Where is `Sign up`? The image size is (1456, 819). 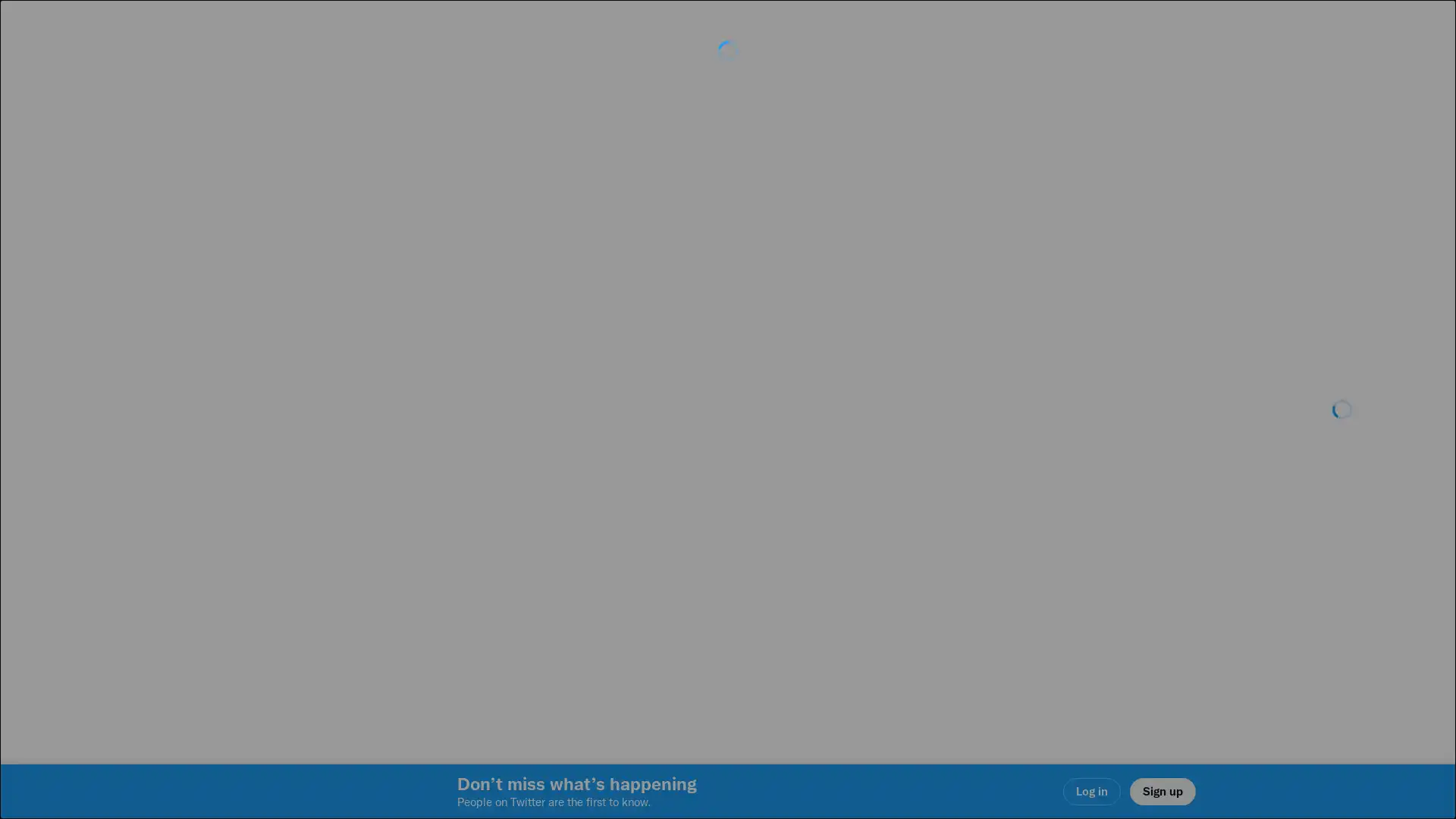 Sign up is located at coordinates (548, 516).